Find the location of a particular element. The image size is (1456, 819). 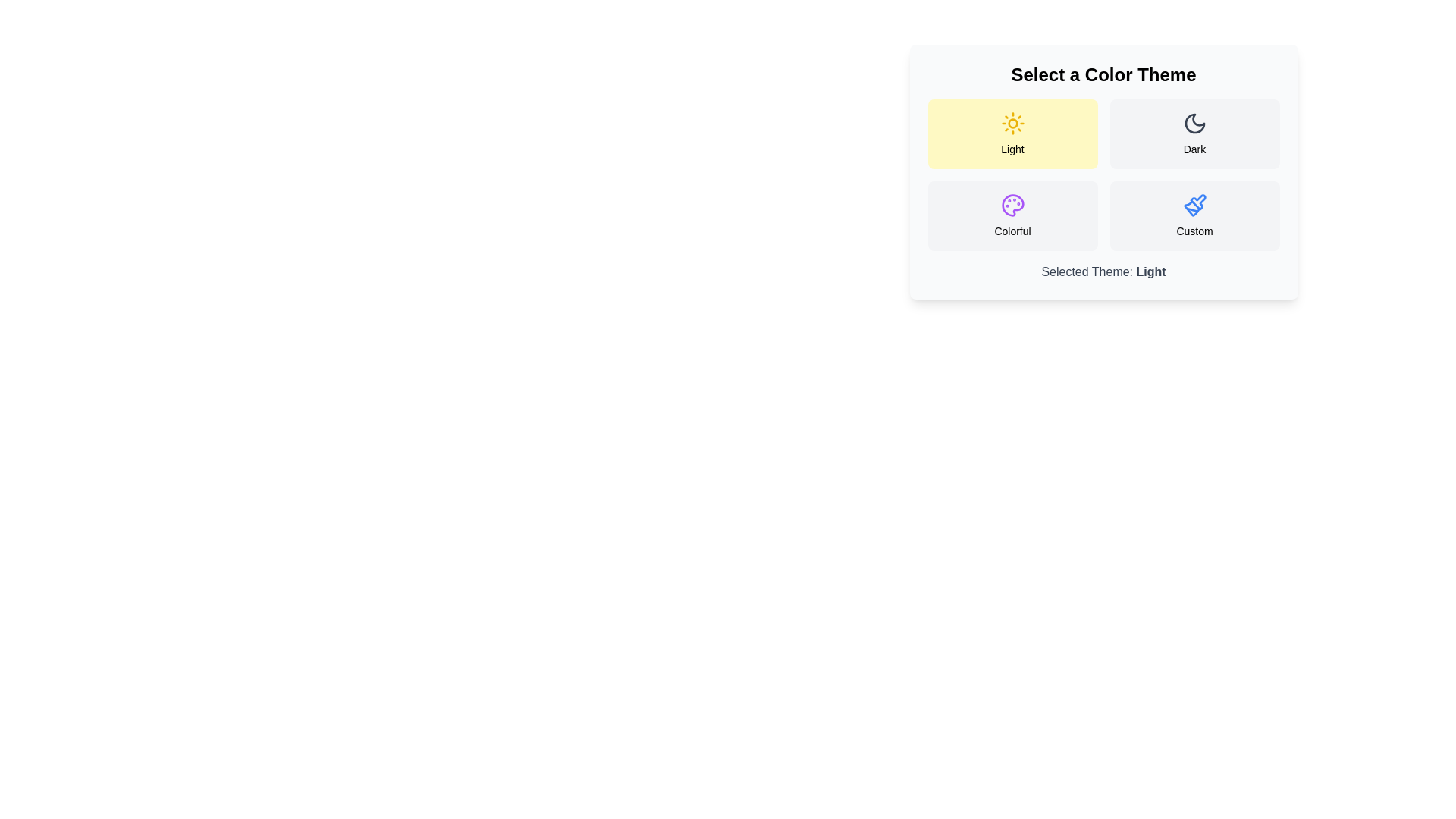

the theme Colorful by clicking its button is located at coordinates (1012, 216).